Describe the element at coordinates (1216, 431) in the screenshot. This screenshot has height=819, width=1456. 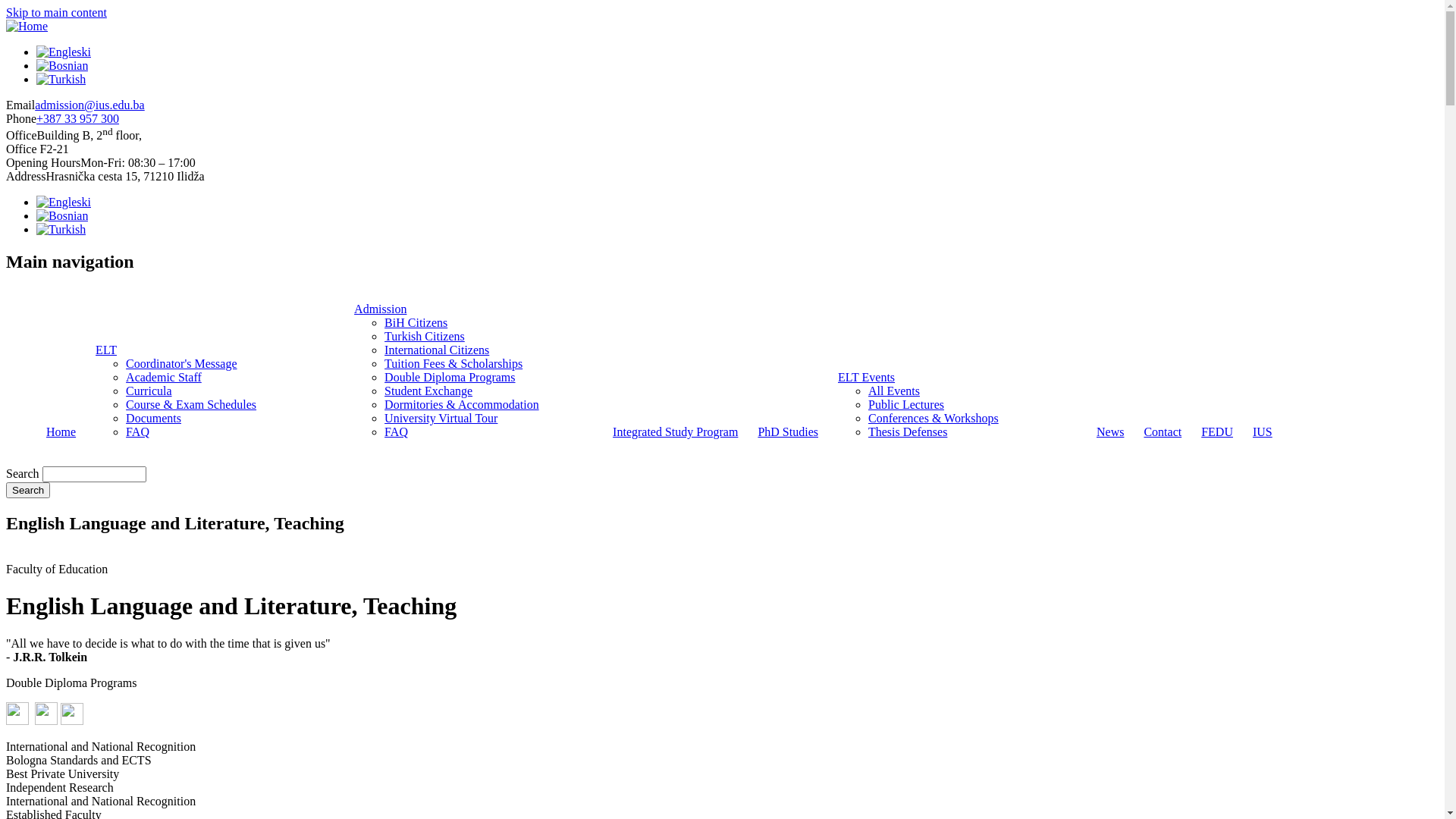
I see `'FEDU'` at that location.